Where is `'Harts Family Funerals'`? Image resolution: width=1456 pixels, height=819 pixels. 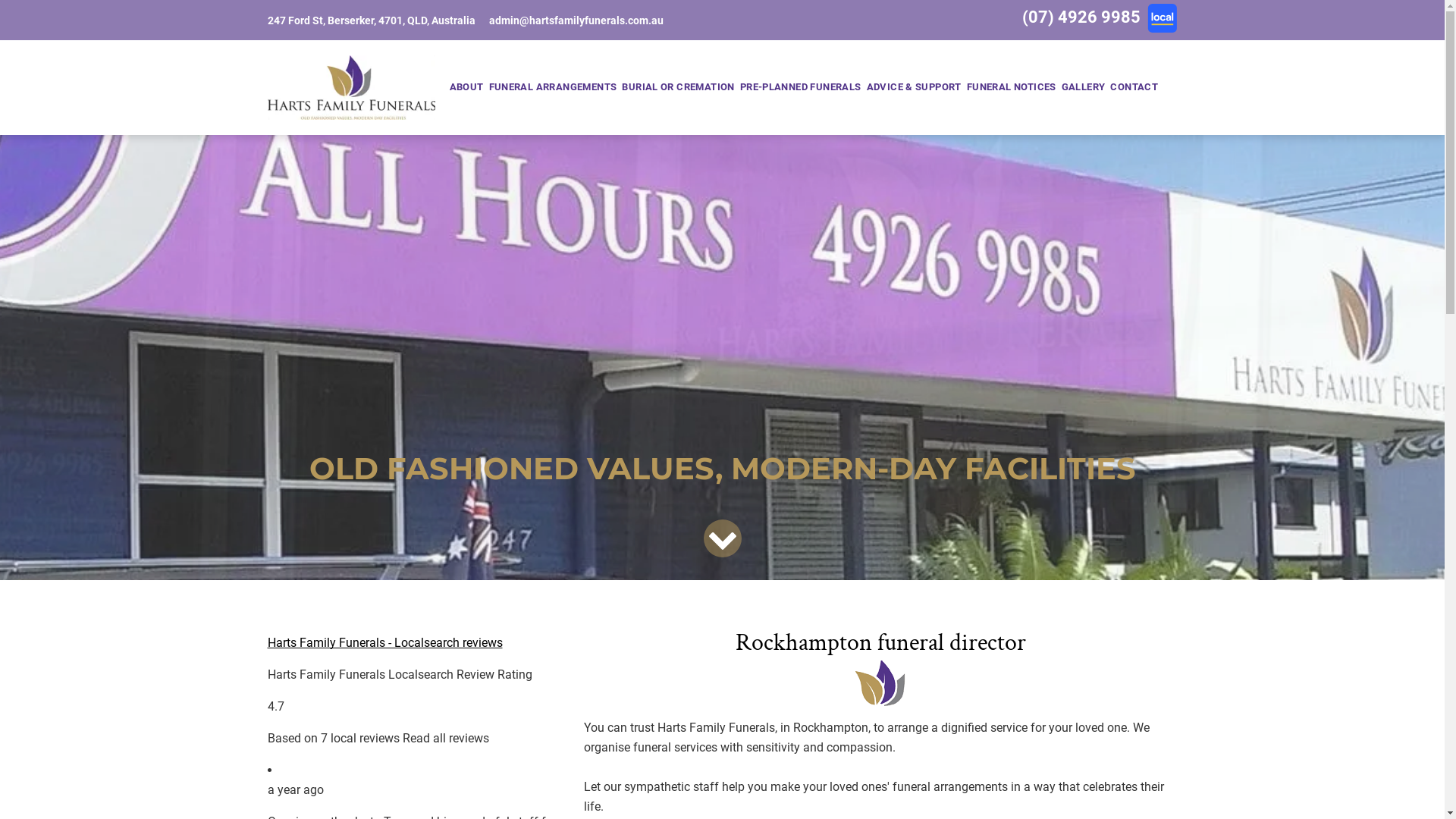 'Harts Family Funerals' is located at coordinates (266, 87).